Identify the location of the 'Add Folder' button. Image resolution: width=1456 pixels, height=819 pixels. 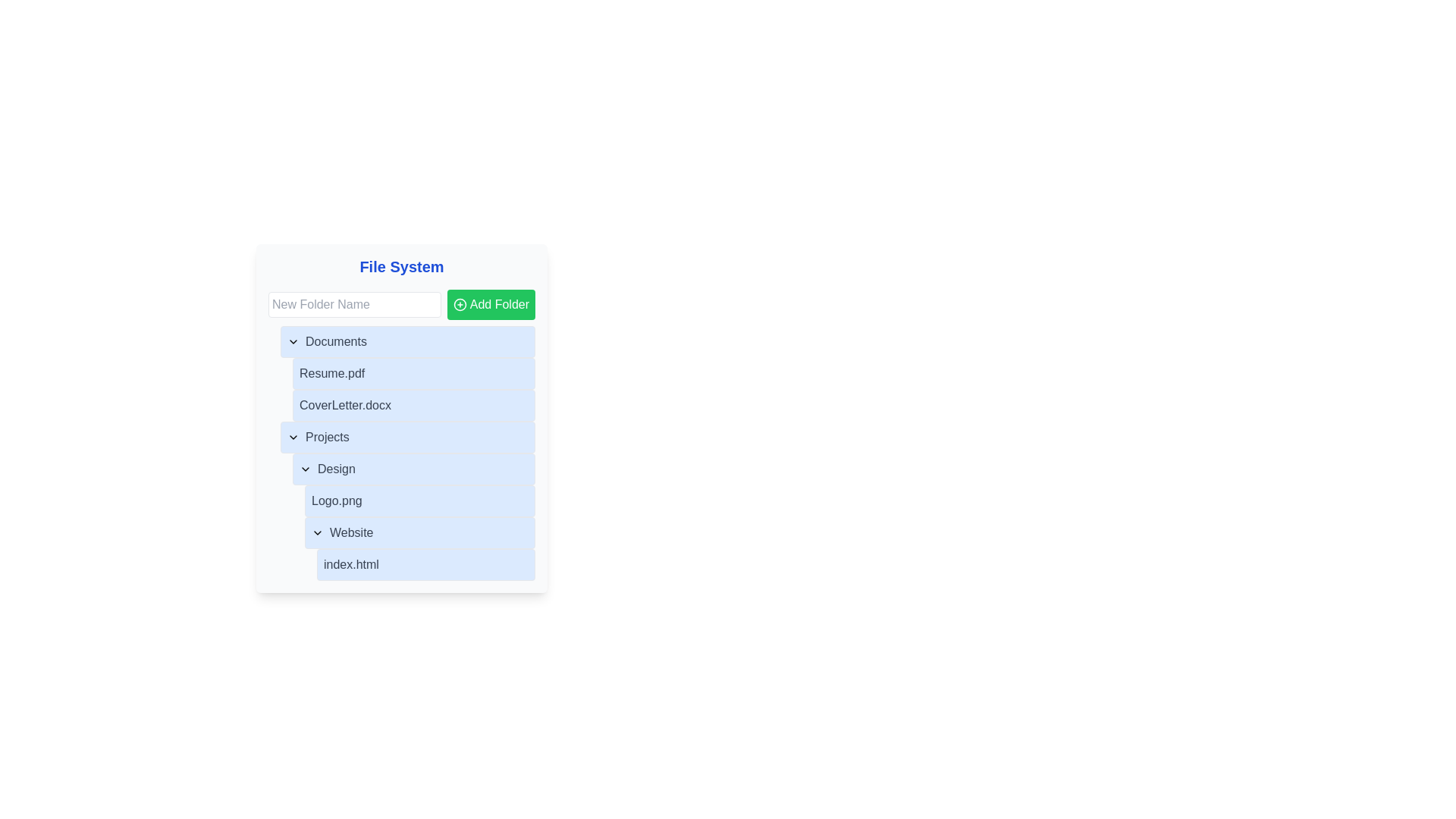
(459, 304).